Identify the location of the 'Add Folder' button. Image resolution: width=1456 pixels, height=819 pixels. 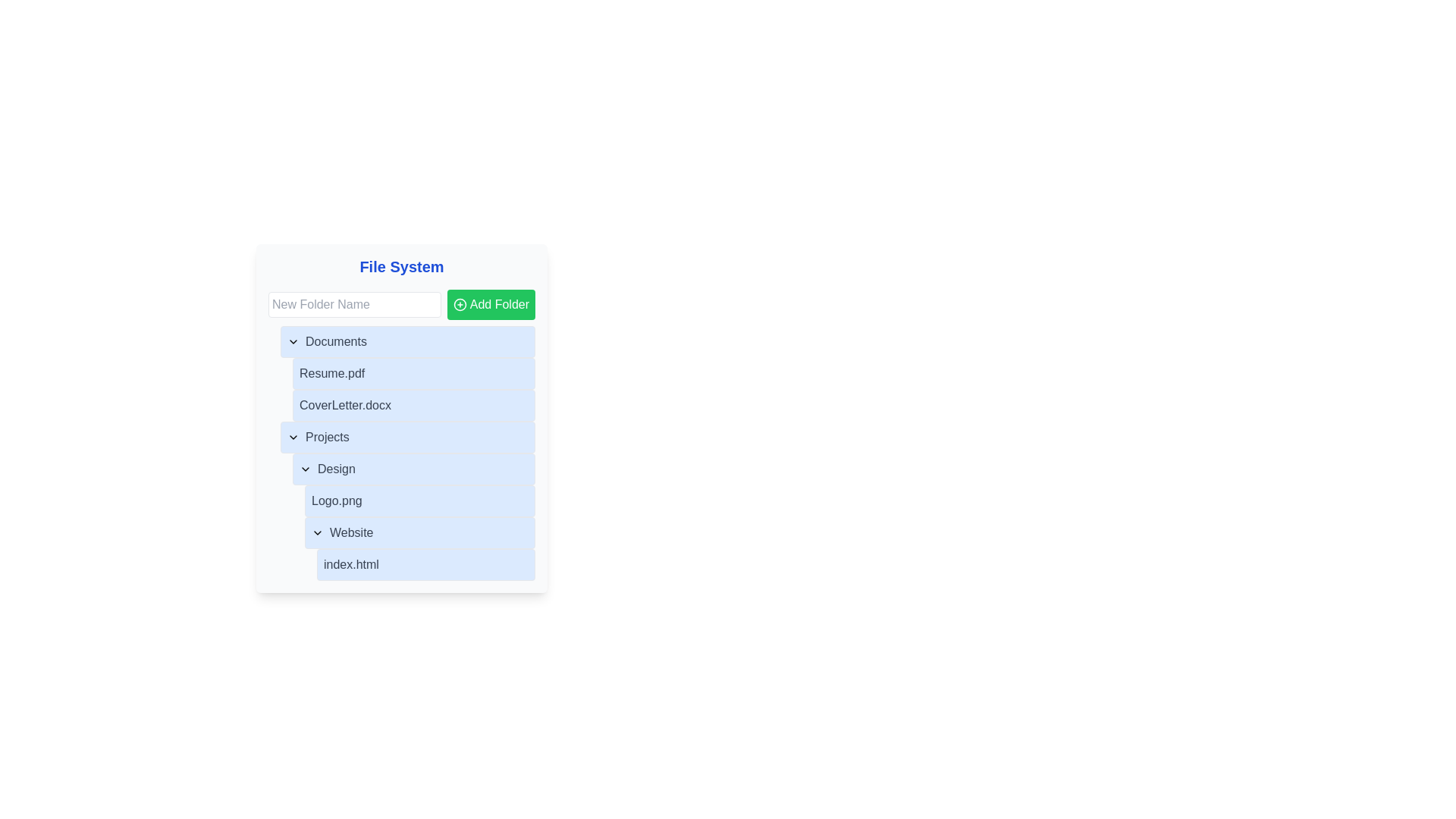
(459, 304).